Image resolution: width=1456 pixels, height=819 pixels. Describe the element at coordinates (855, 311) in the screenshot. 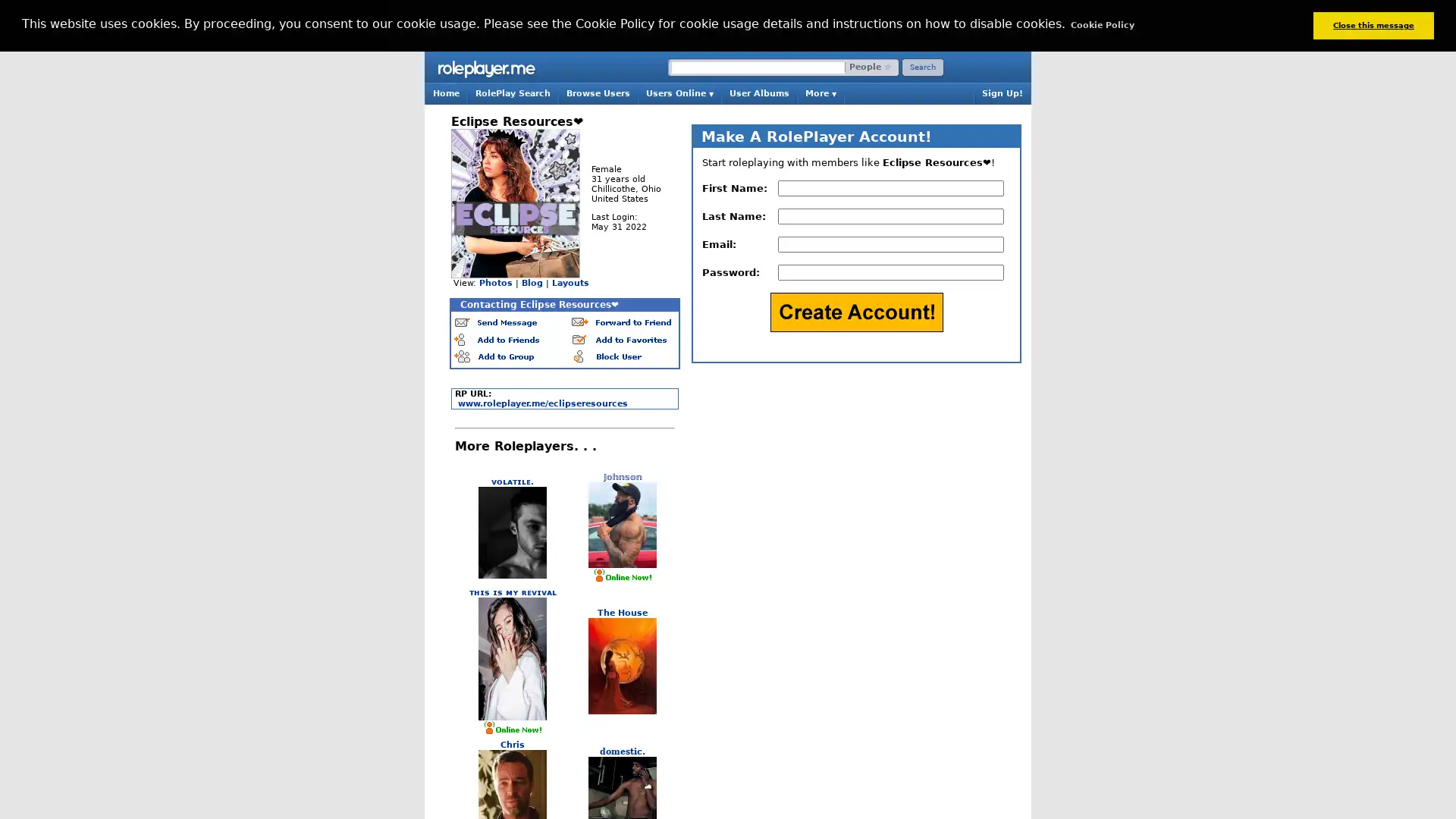

I see `Submit` at that location.